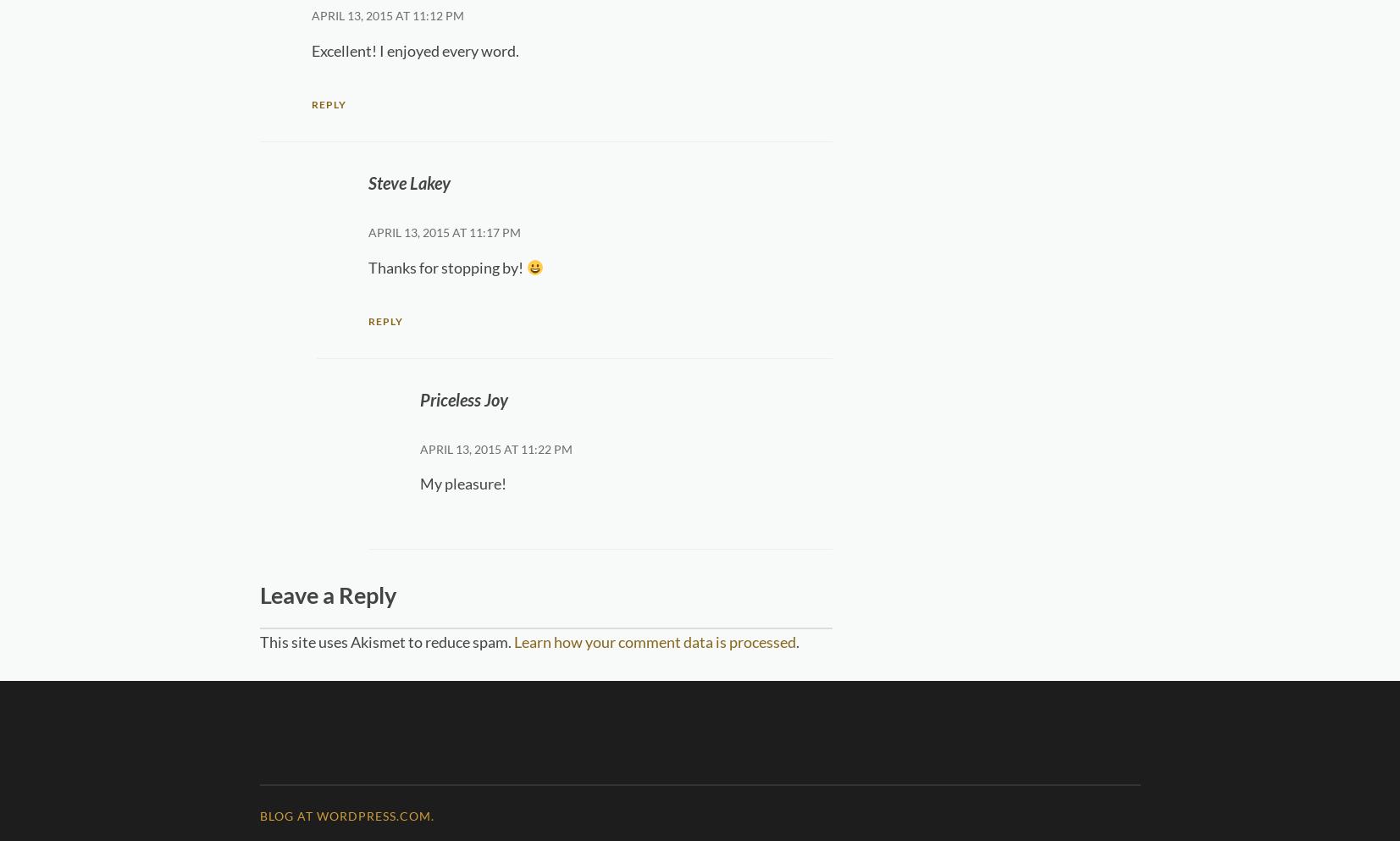 The height and width of the screenshot is (841, 1400). Describe the element at coordinates (345, 816) in the screenshot. I see `'Blog at WordPress.com.'` at that location.